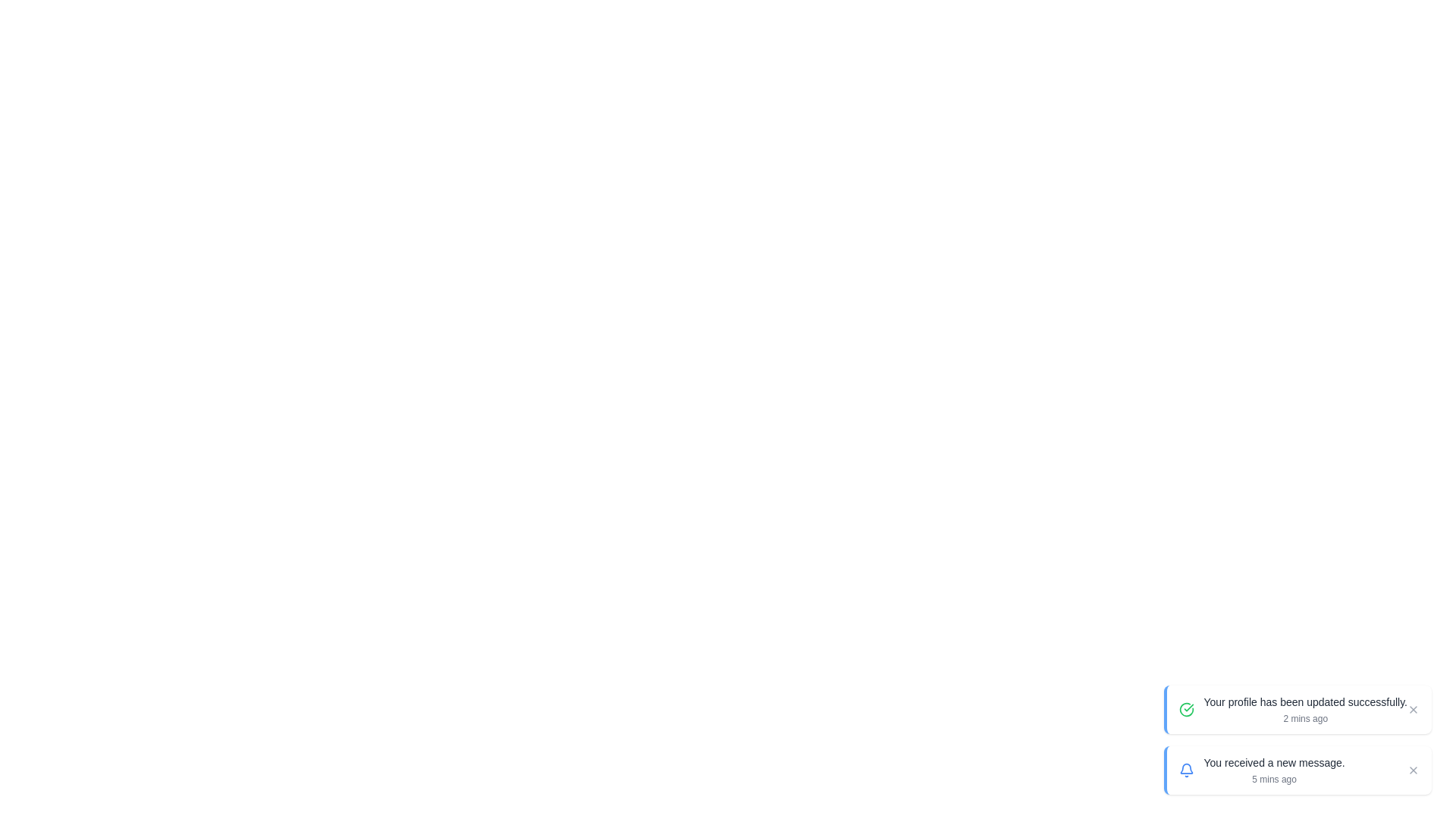 This screenshot has height=819, width=1456. I want to click on the icon of the notification with the content 'Your profile has been updated successfully.', so click(1186, 710).